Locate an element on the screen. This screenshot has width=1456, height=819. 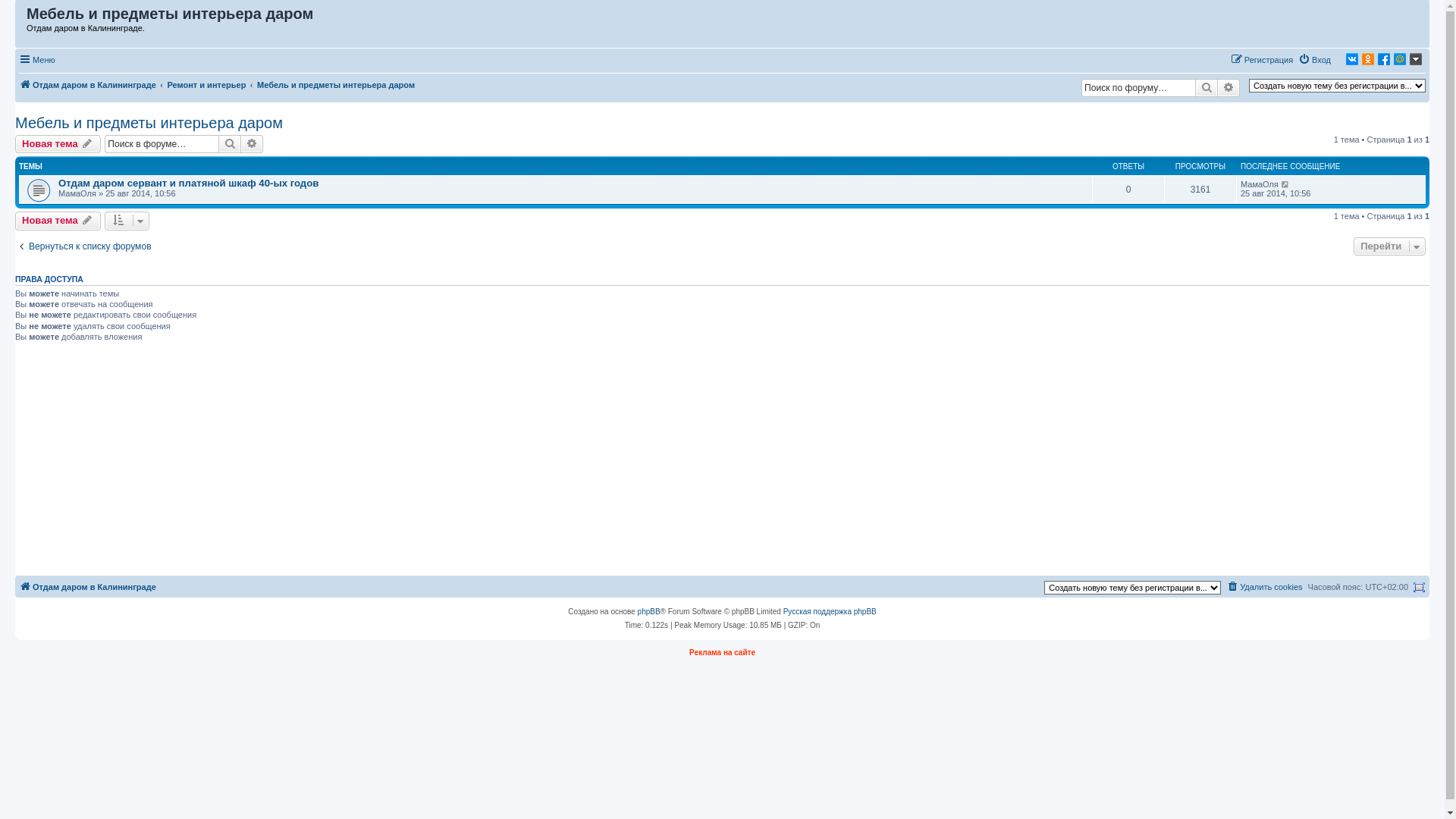
'Facebook' is located at coordinates (1383, 58).